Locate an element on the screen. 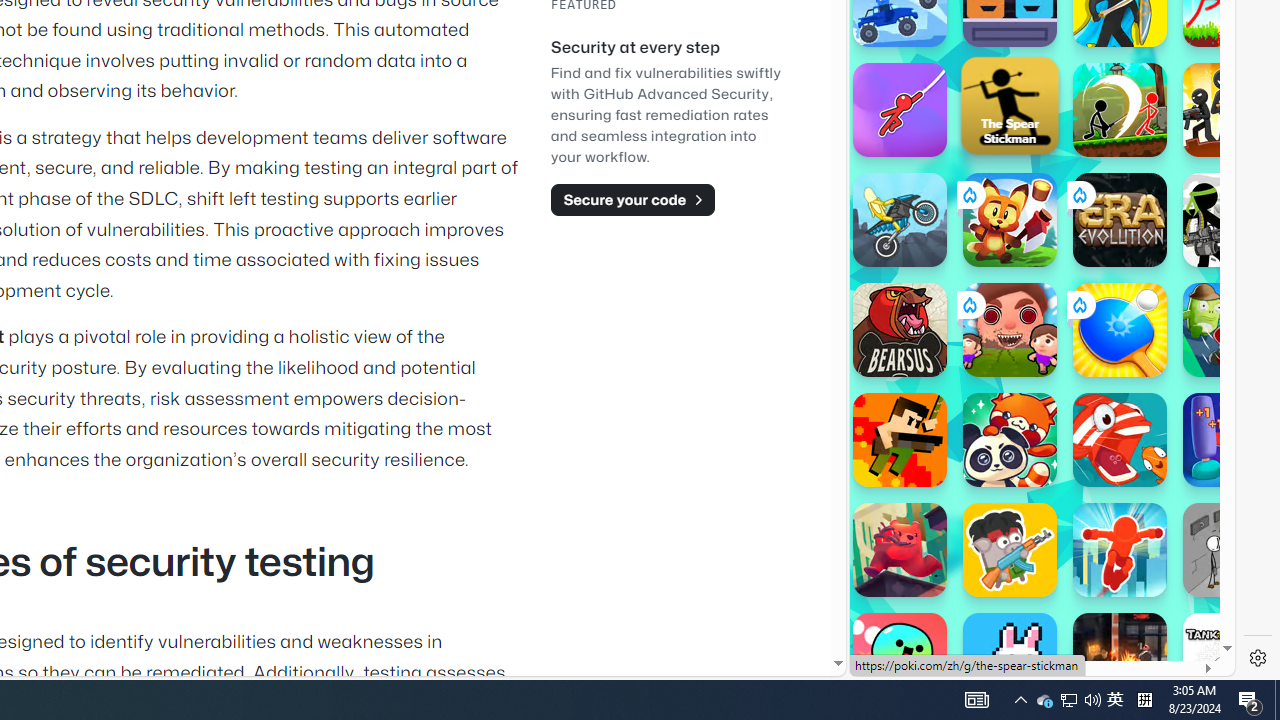 The height and width of the screenshot is (720, 1280). 'Ping Pong Go! Ping Pong Go!' is located at coordinates (1120, 329).